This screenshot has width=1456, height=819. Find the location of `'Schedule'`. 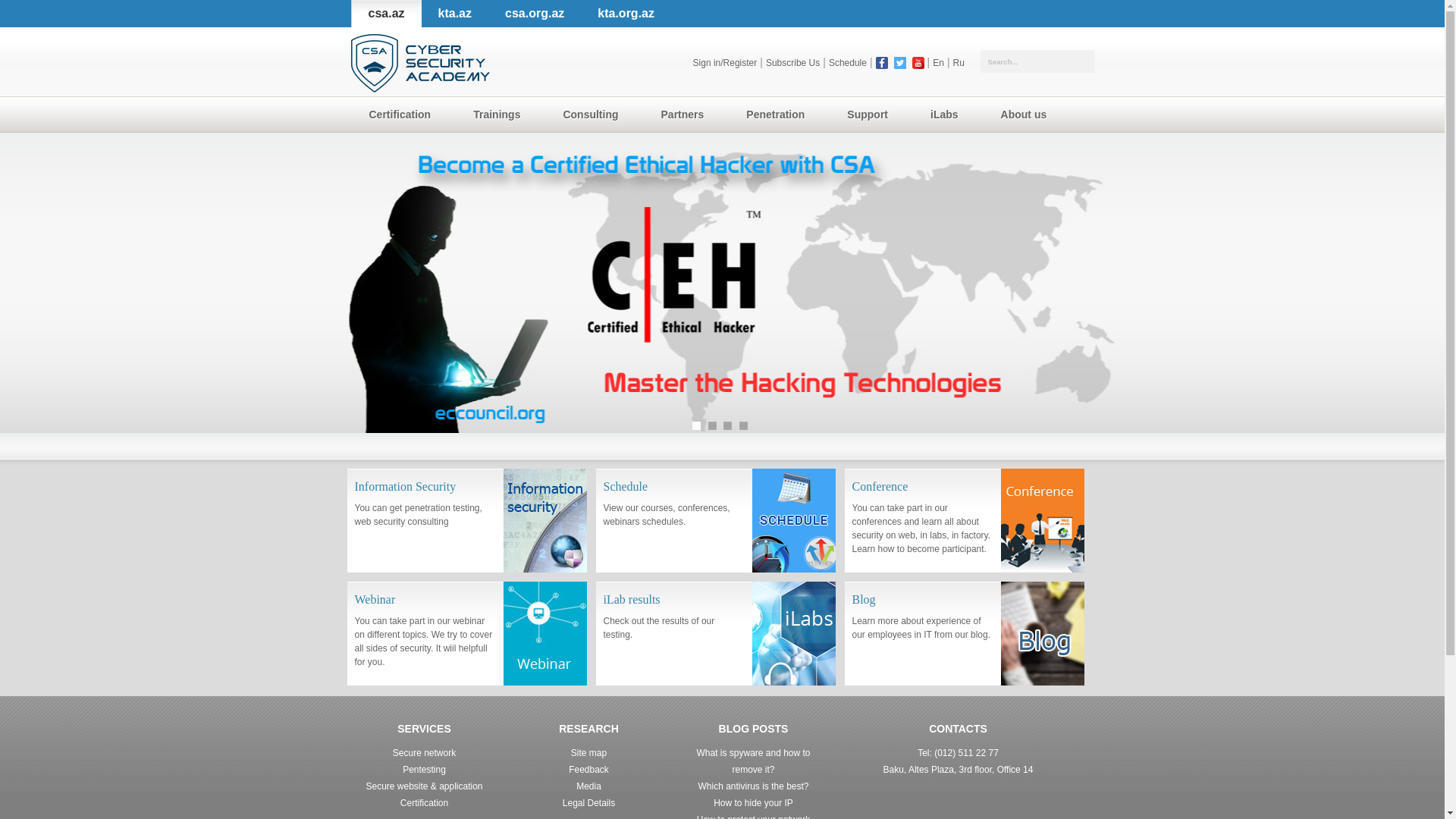

'Schedule' is located at coordinates (847, 62).